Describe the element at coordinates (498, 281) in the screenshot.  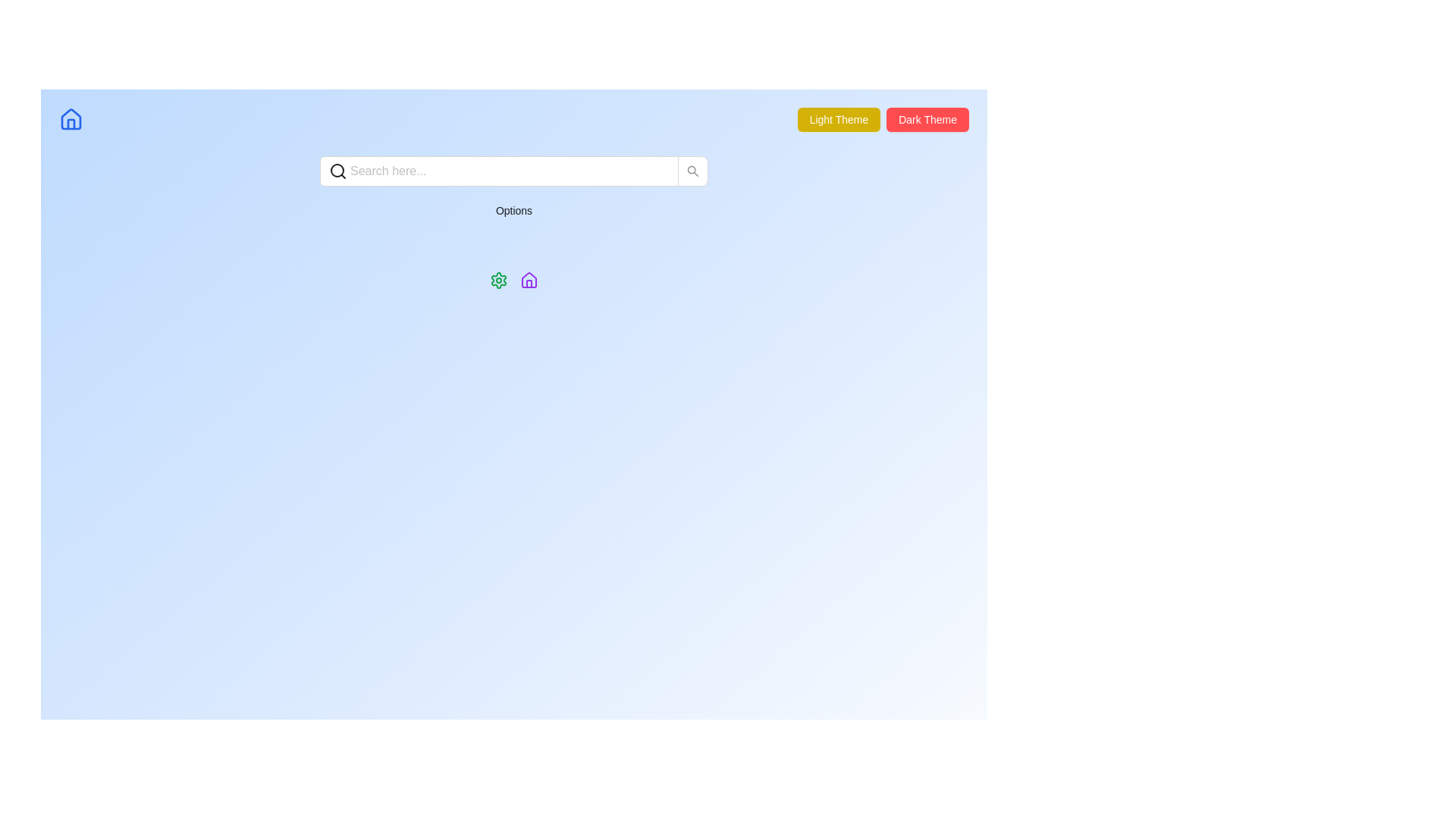
I see `the green gear-shaped icon in the bottom-left corner of the icon group` at that location.